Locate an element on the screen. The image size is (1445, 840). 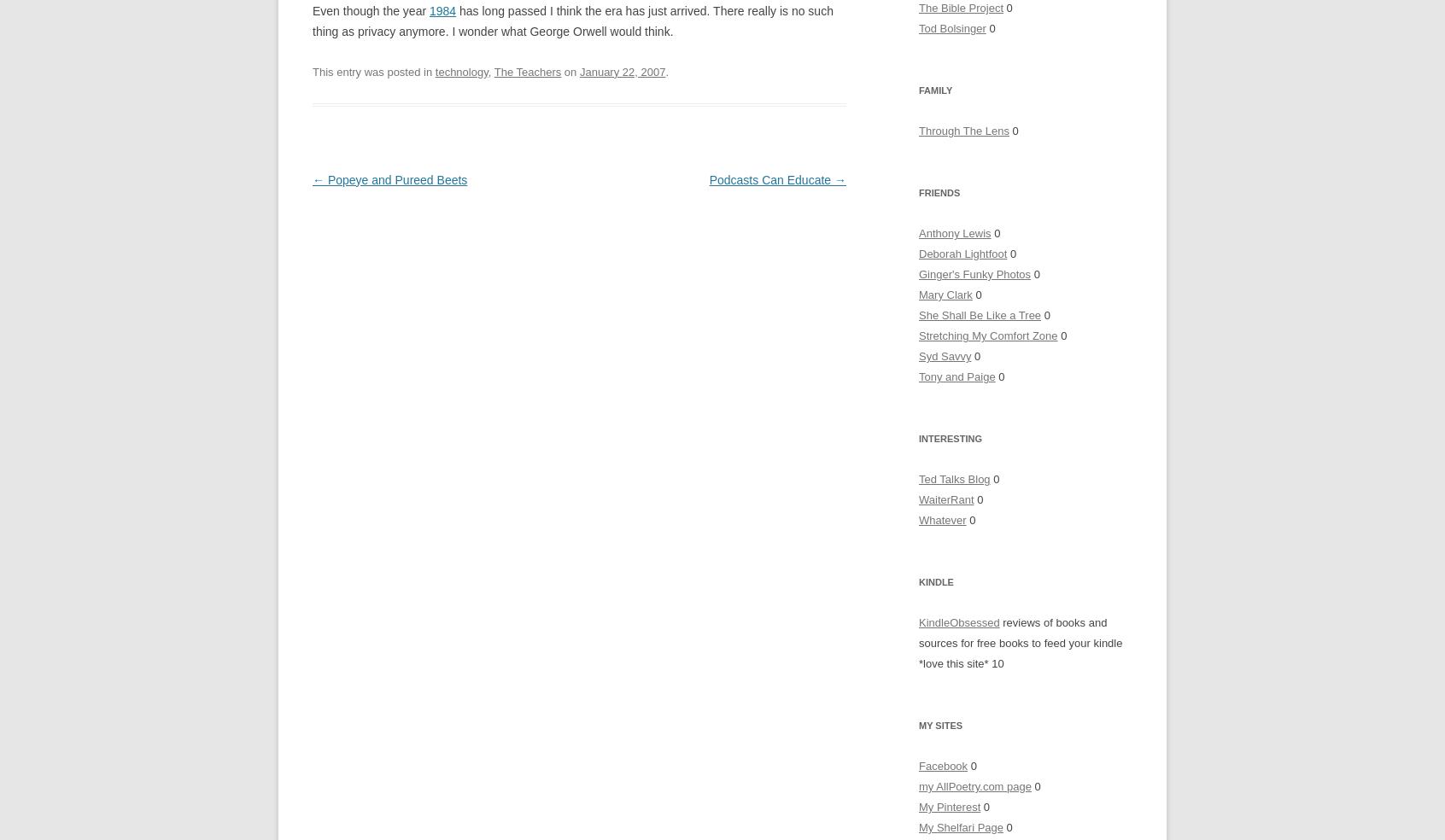
'Friends' is located at coordinates (939, 193).